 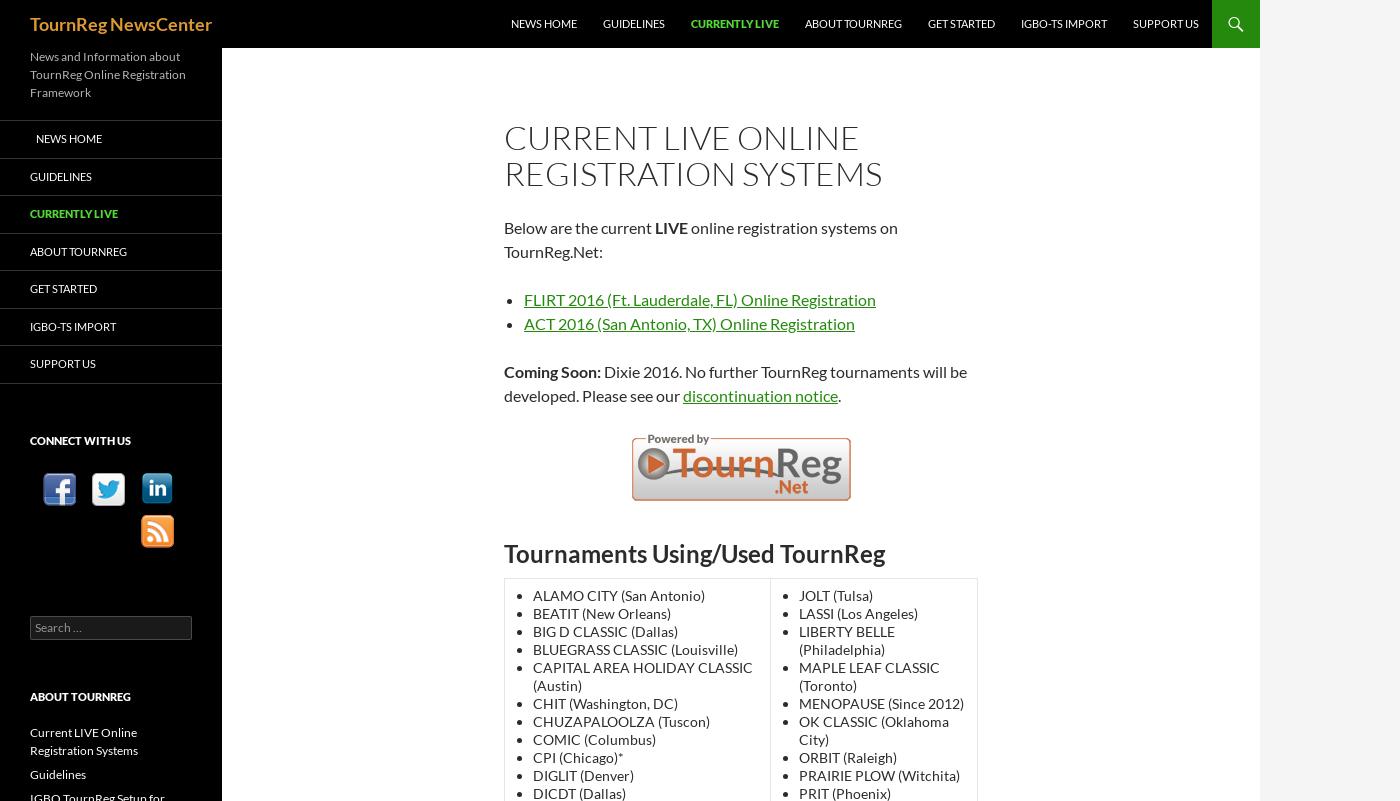 I want to click on 'JOLT (Tulsa)', so click(x=797, y=595).